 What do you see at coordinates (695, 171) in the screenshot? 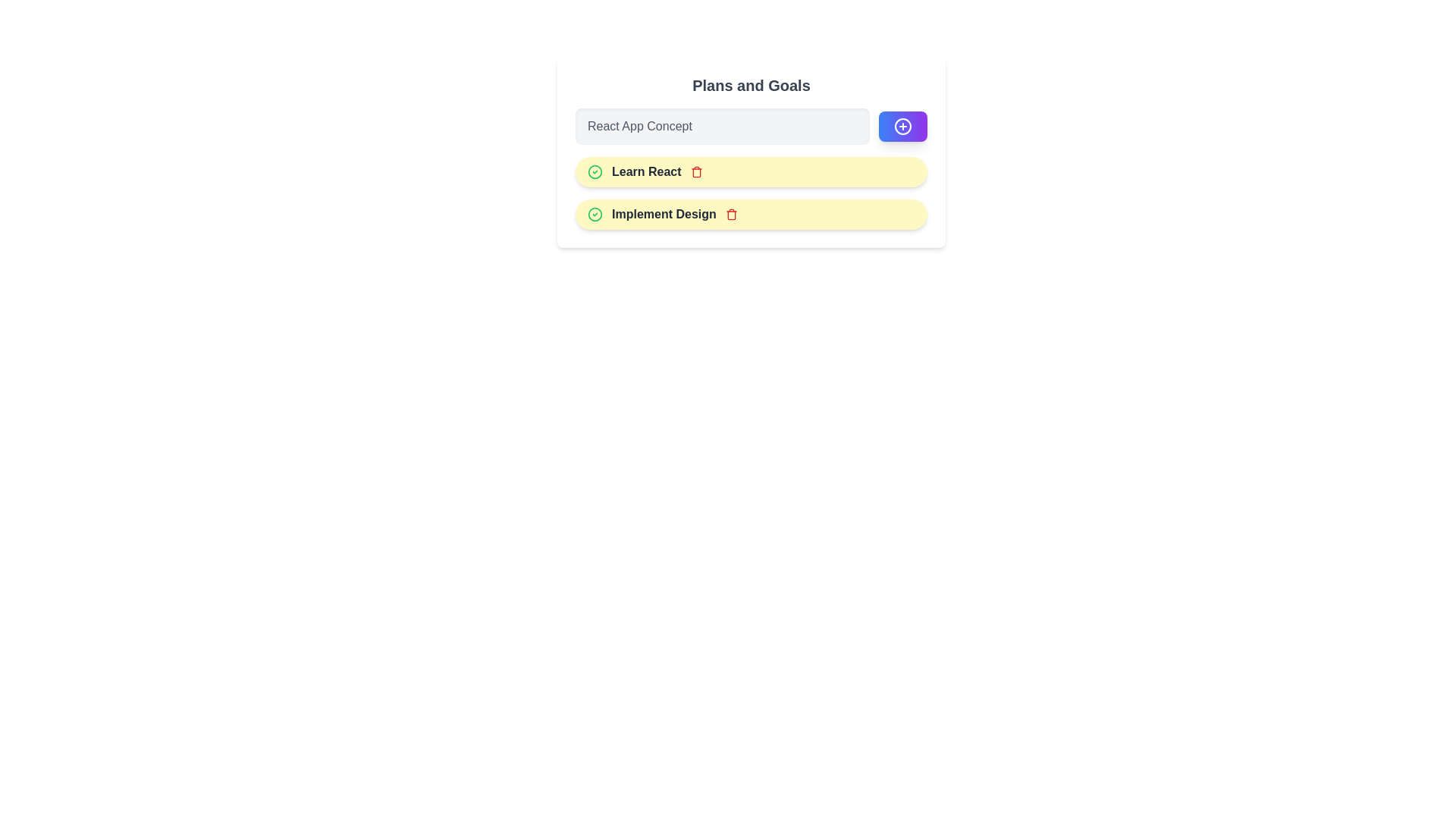
I see `the trash icon next to the task Learn React to remove it from the list` at bounding box center [695, 171].